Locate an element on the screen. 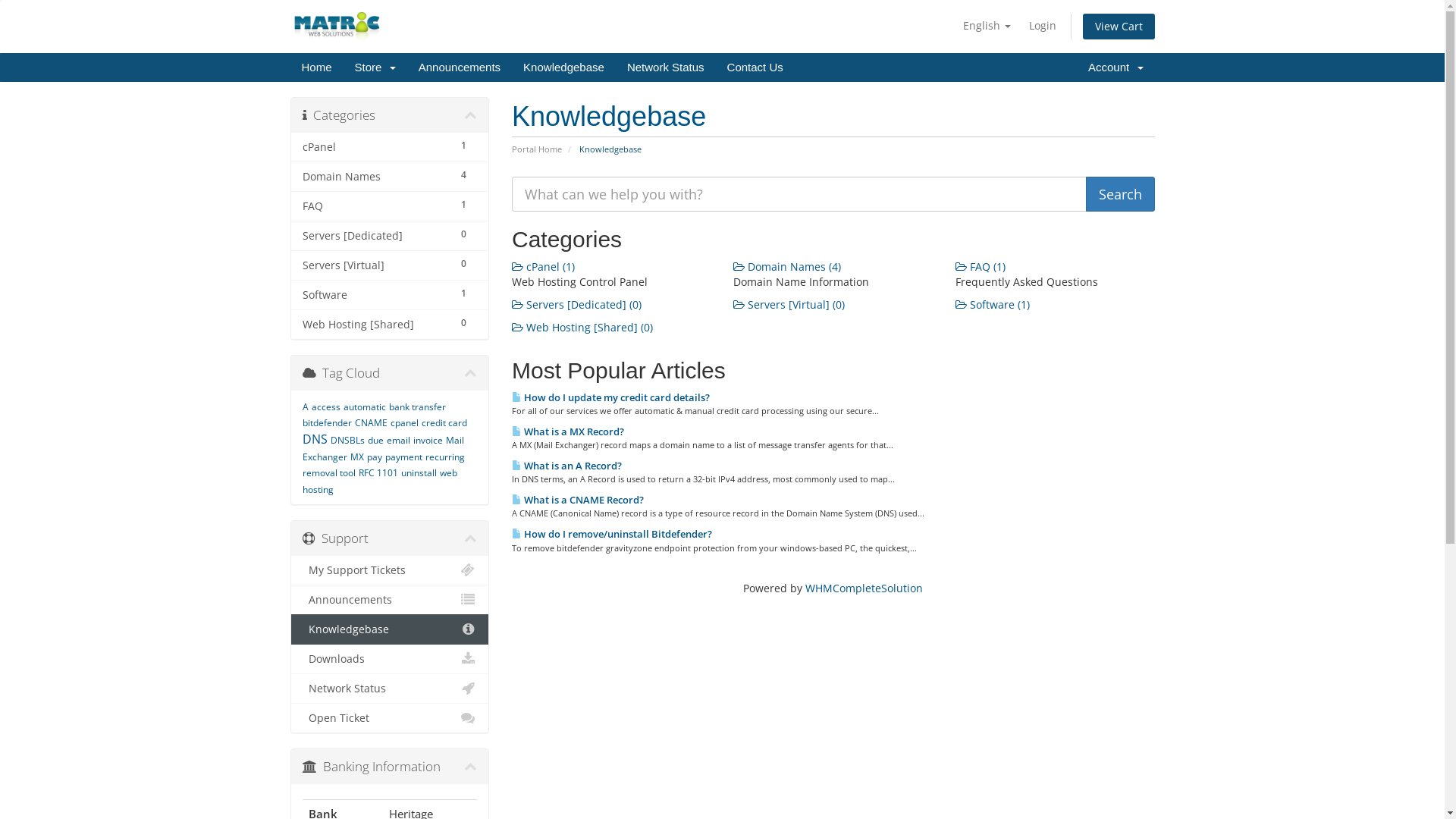 The image size is (1456, 819). '1 is located at coordinates (291, 147).